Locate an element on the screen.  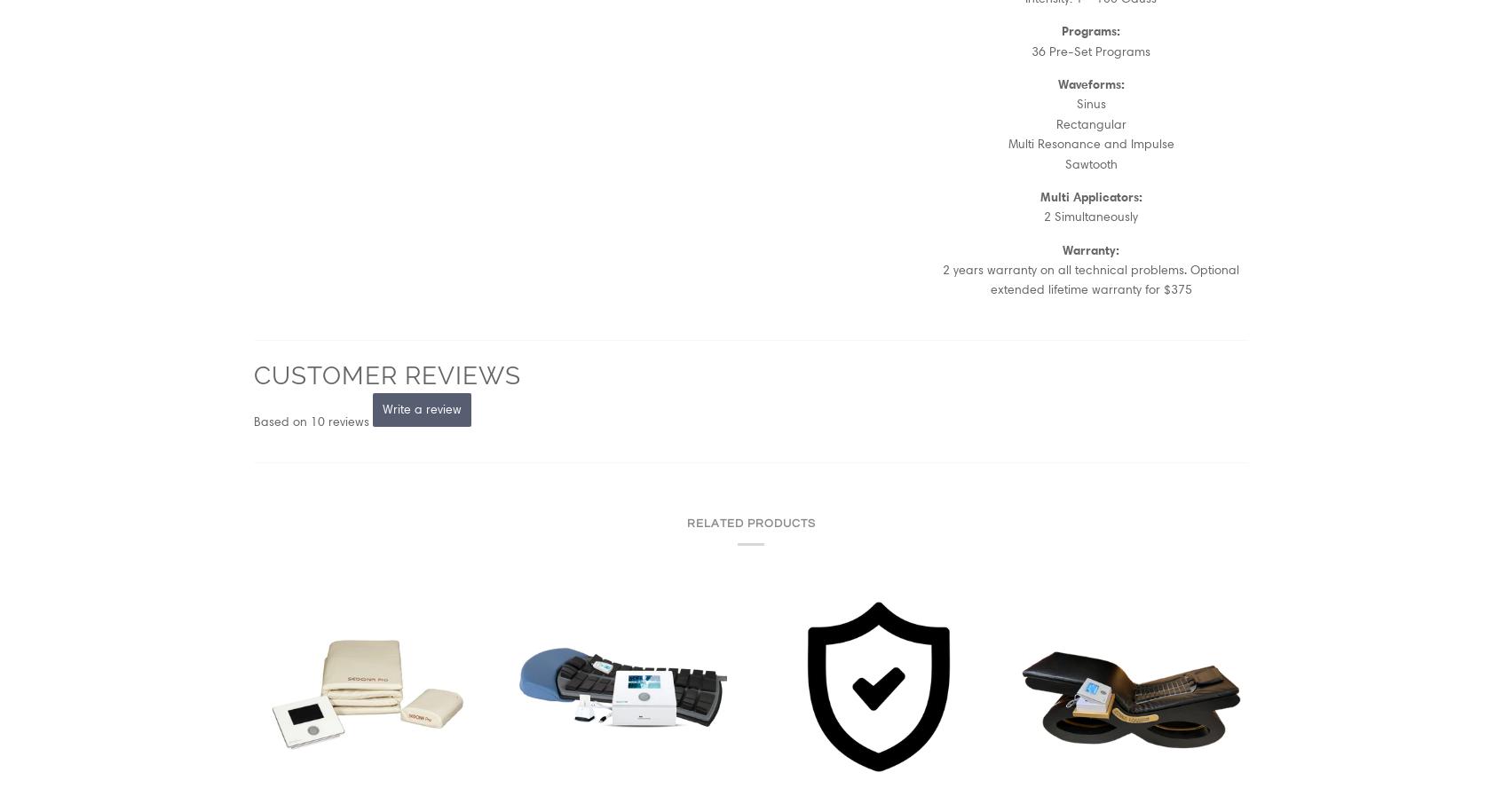
'Multi Applicators:' is located at coordinates (1090, 195).